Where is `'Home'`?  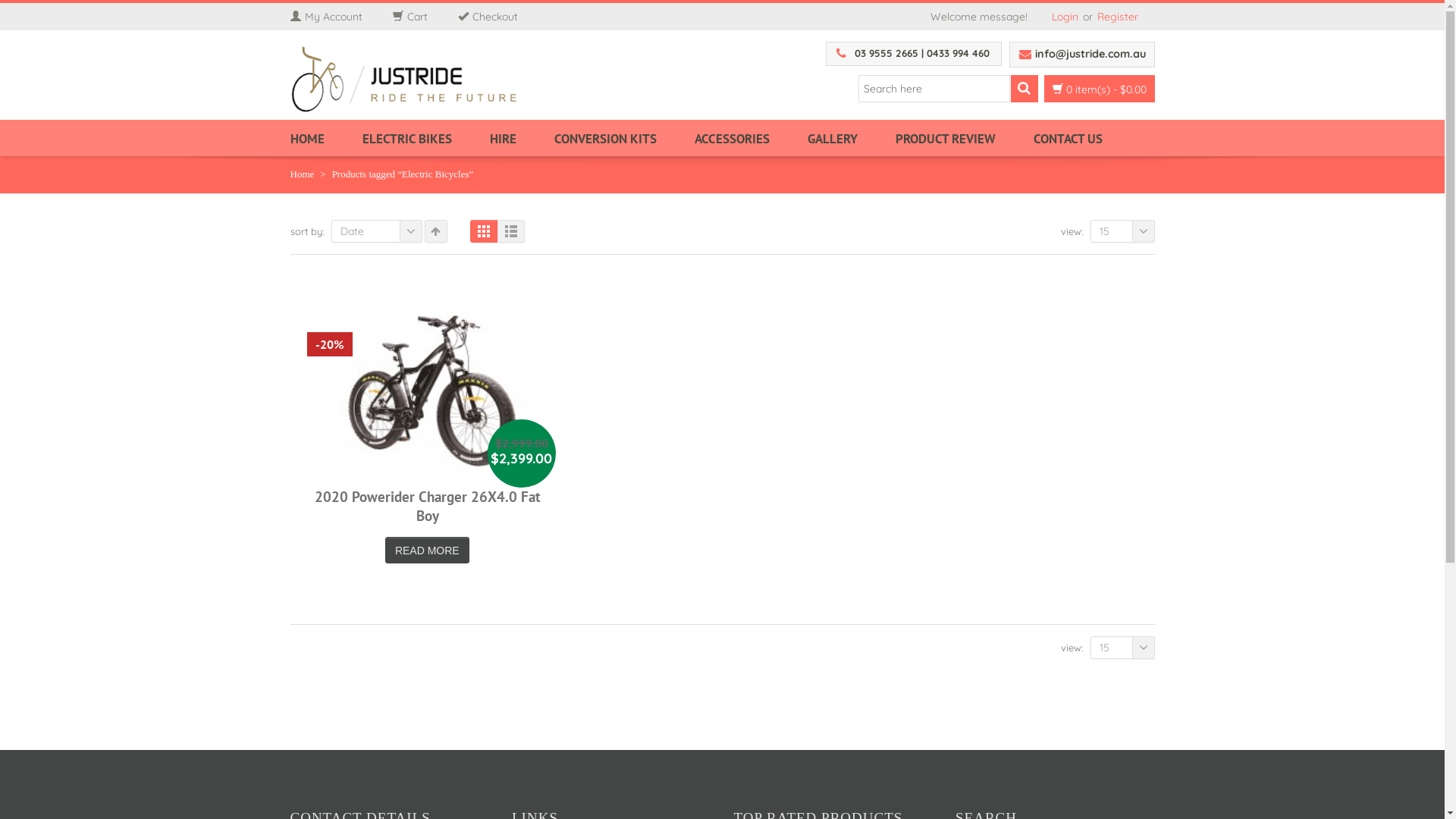
'Home' is located at coordinates (290, 173).